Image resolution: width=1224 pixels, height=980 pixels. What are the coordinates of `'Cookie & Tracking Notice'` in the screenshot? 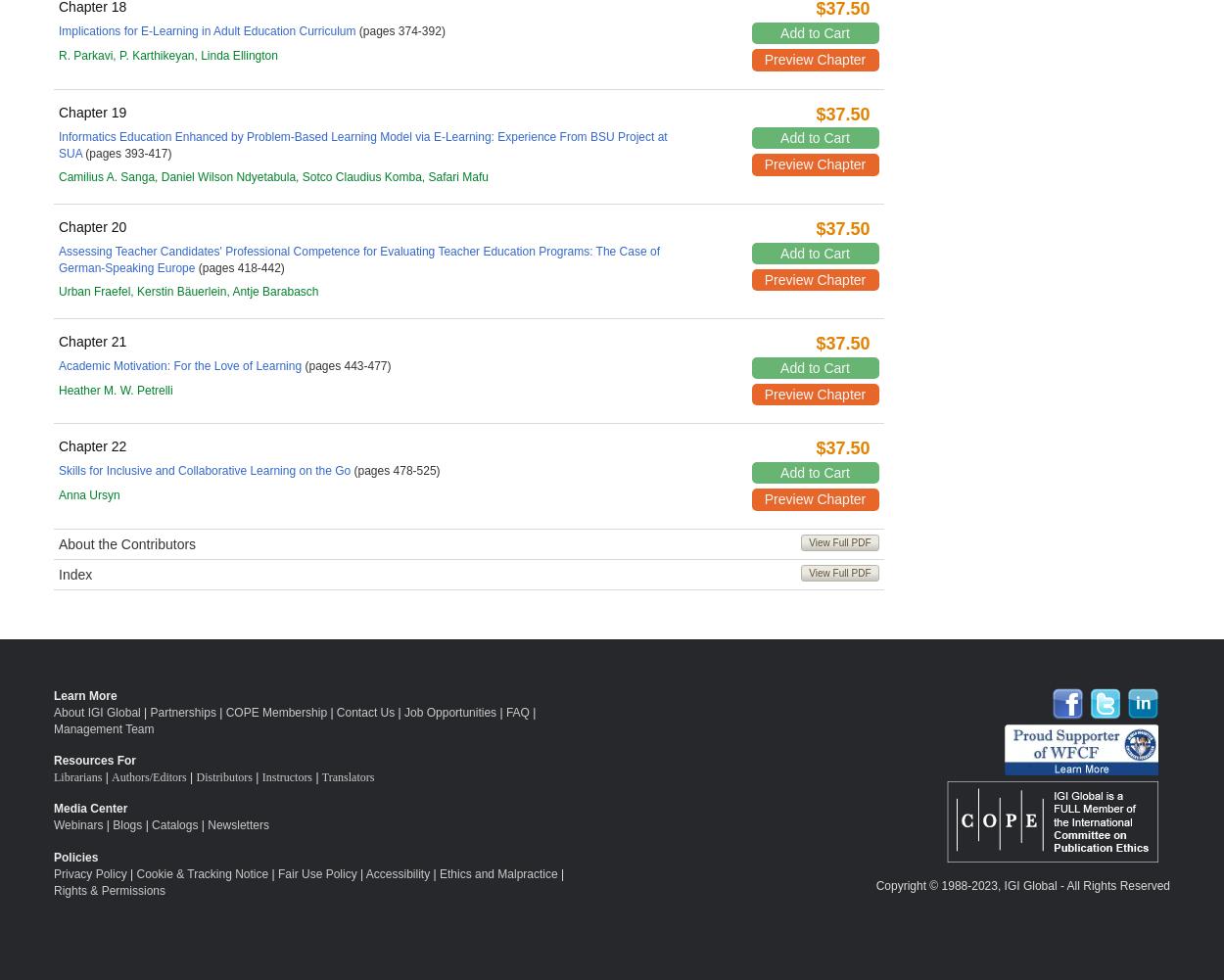 It's located at (136, 872).